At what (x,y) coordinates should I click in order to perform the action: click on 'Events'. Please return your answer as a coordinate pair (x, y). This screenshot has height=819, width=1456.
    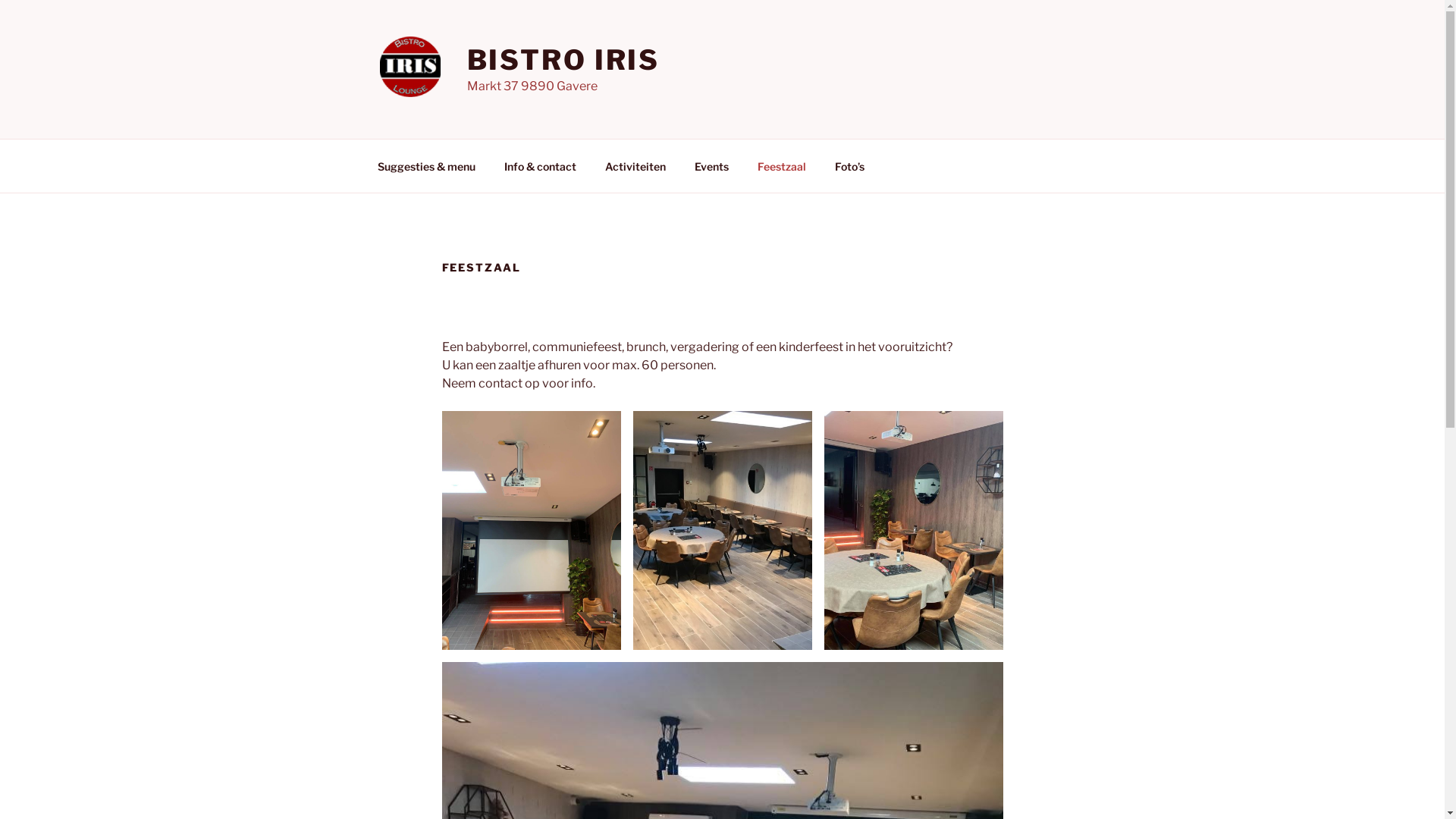
    Looking at the image, I should click on (710, 165).